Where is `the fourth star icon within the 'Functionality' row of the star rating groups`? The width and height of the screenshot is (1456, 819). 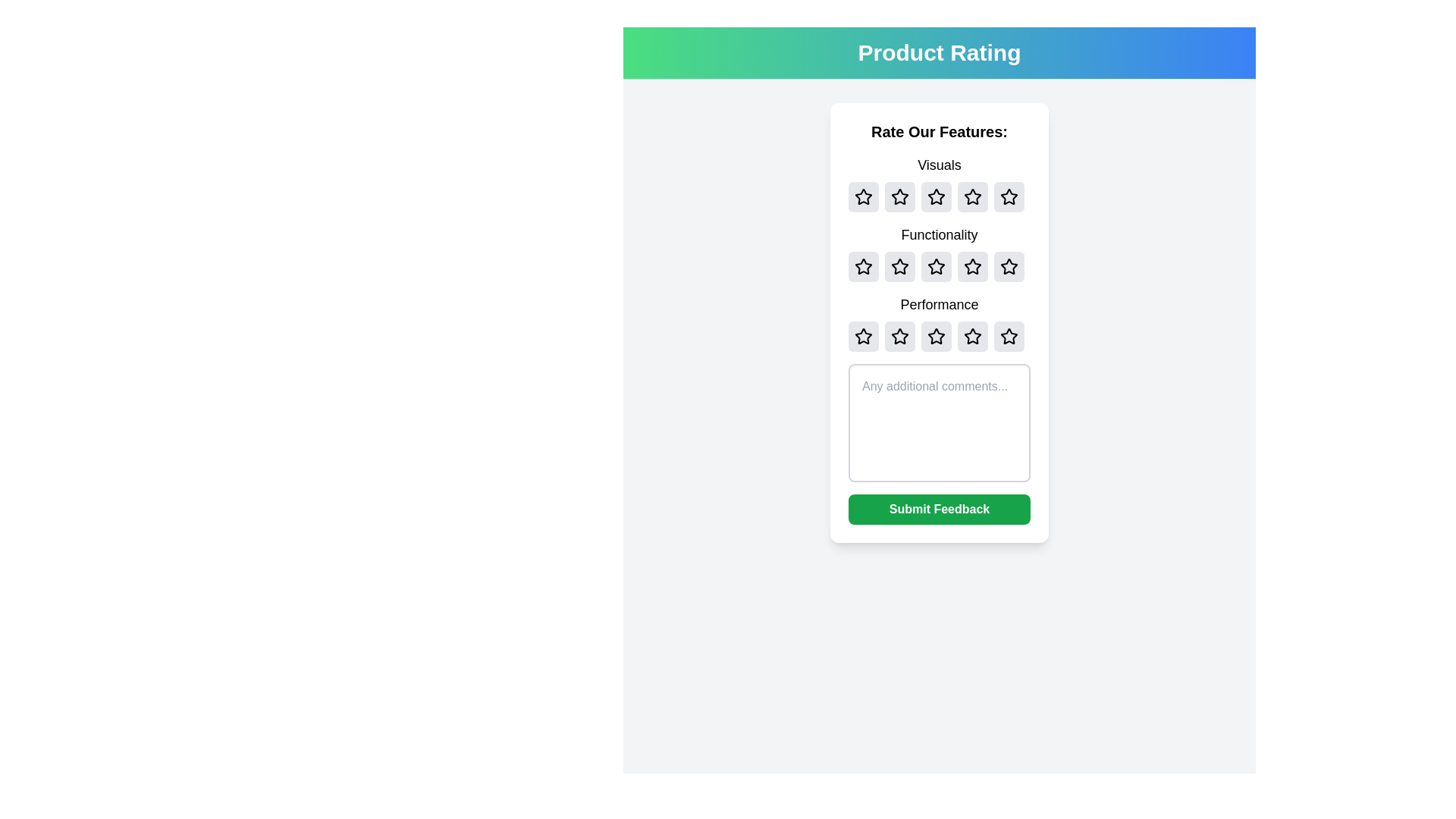
the fourth star icon within the 'Functionality' row of the star rating groups is located at coordinates (972, 265).